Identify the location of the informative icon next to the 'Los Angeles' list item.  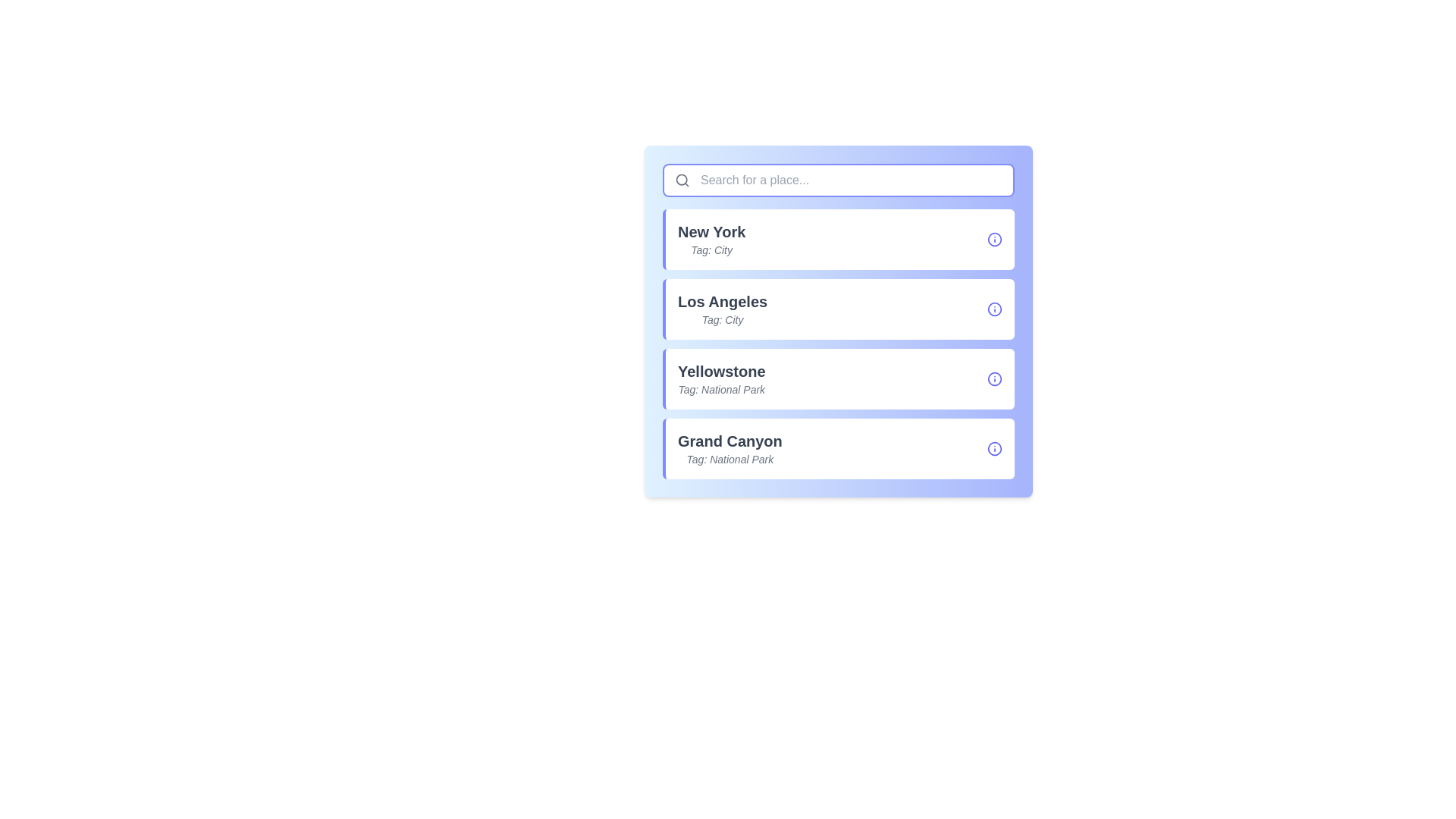
(994, 309).